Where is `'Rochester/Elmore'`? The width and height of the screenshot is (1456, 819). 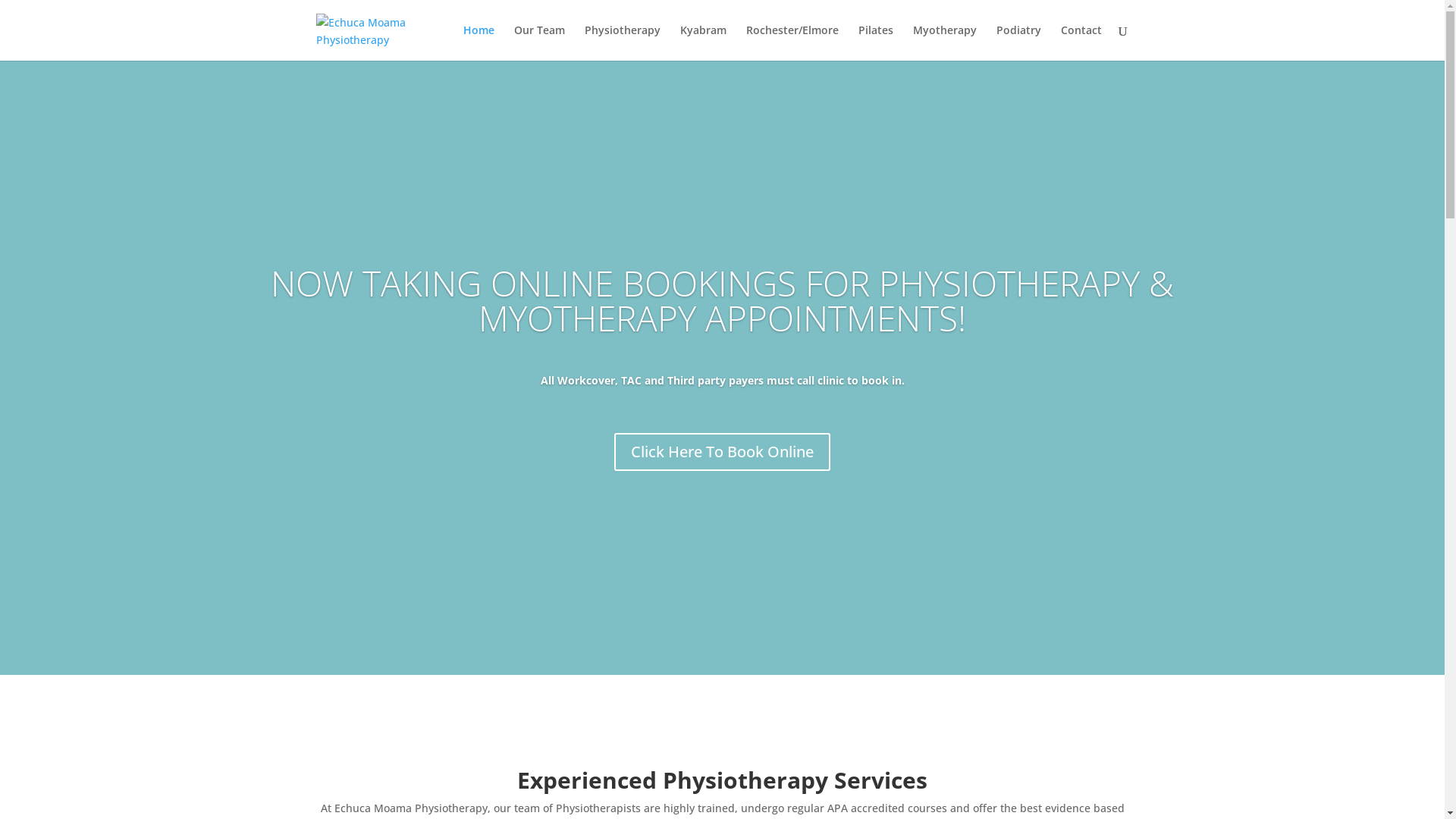
'Rochester/Elmore' is located at coordinates (745, 42).